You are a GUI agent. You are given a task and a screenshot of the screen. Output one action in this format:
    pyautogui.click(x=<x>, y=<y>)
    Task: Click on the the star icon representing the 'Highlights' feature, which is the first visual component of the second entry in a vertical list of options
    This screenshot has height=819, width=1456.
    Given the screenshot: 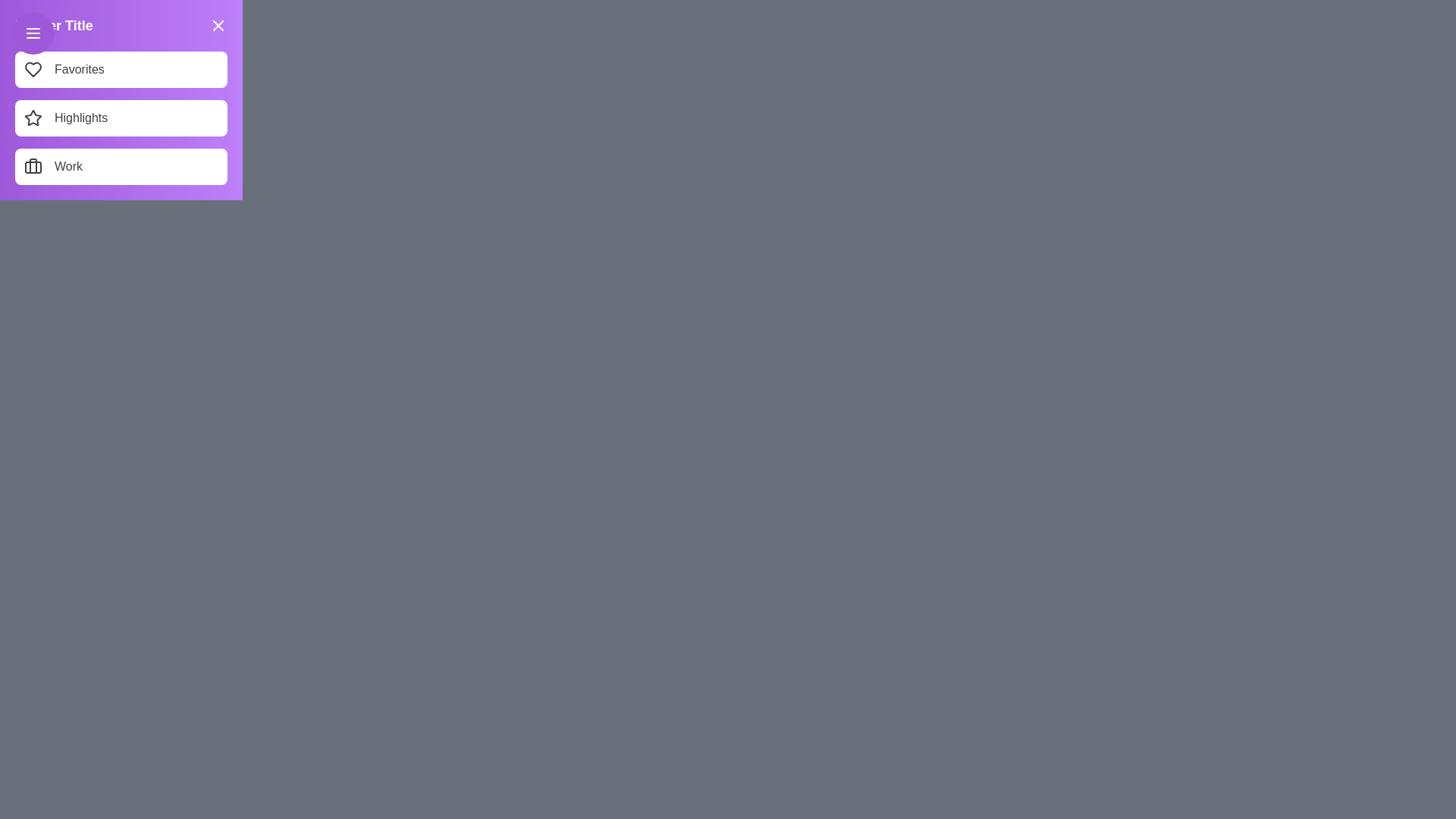 What is the action you would take?
    pyautogui.click(x=33, y=117)
    